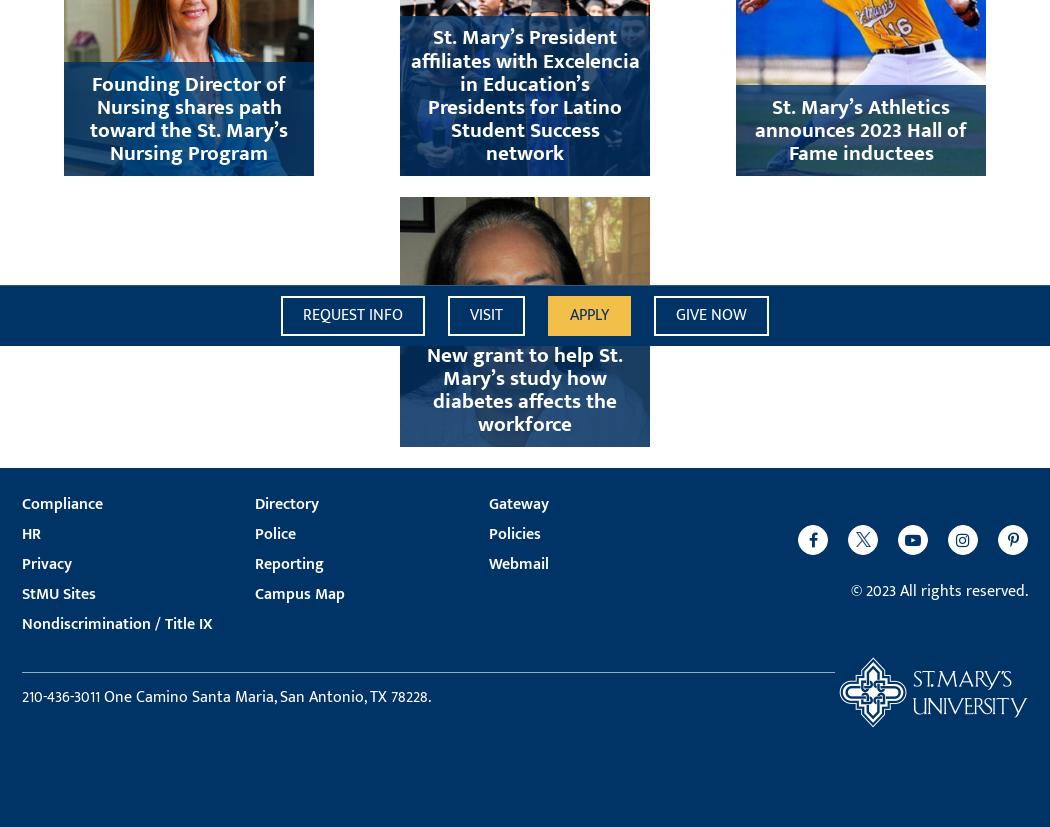  What do you see at coordinates (255, 593) in the screenshot?
I see `'Campus Map'` at bounding box center [255, 593].